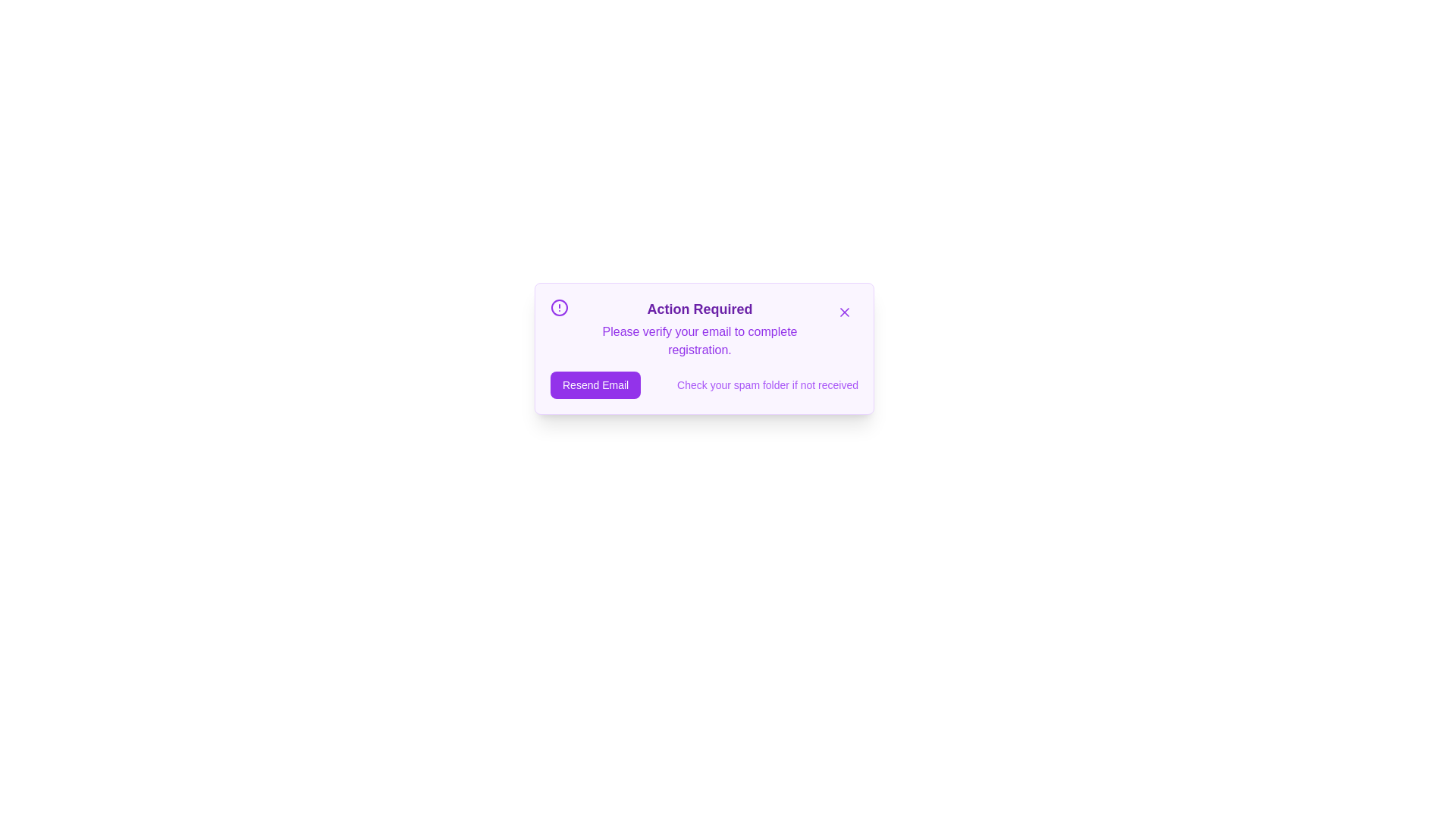 This screenshot has width=1456, height=819. I want to click on the close button located at the top-right corner of the alert, so click(843, 312).